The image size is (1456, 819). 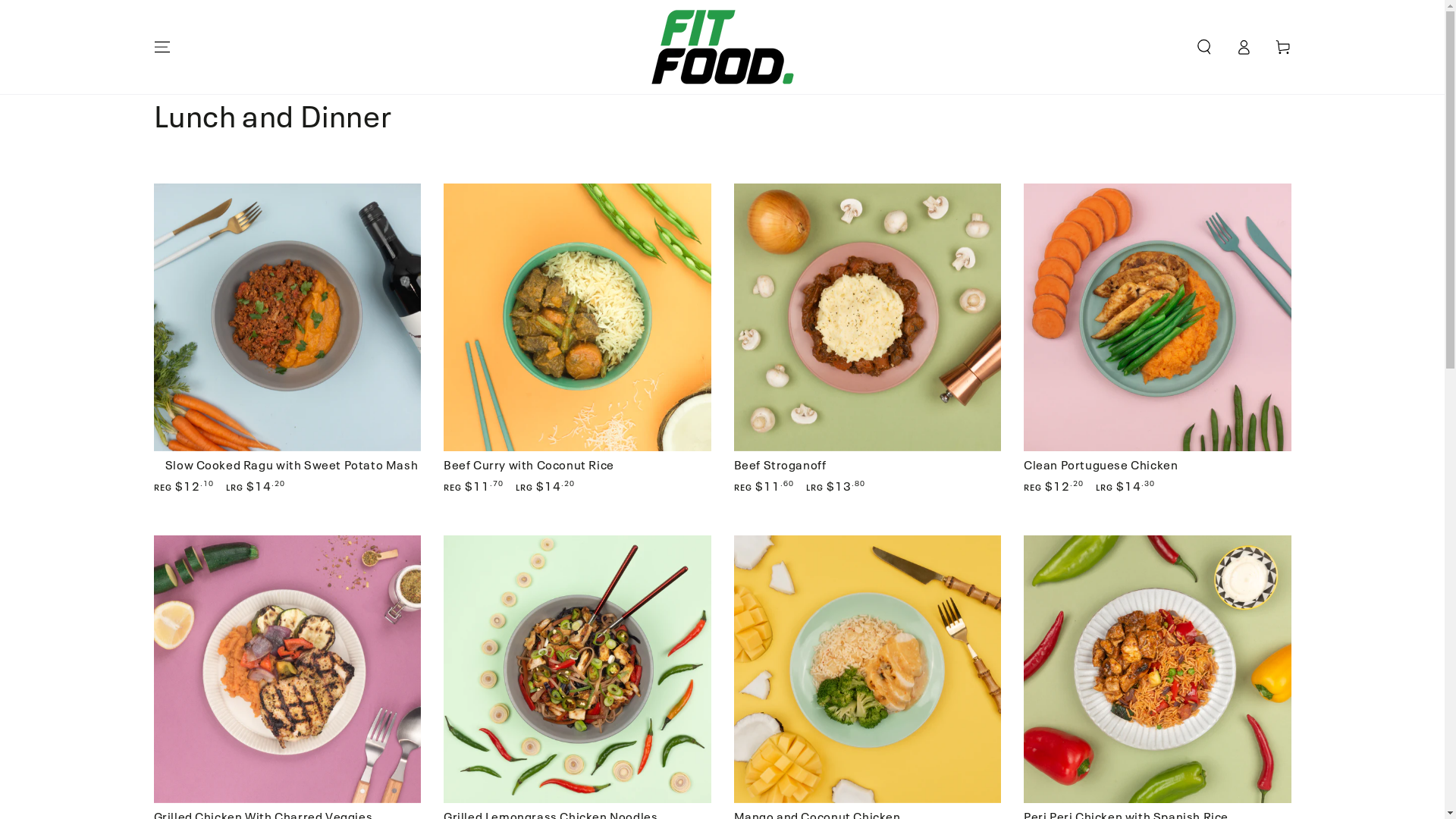 I want to click on 'Beef Curry with Coconut Rice', so click(x=576, y=337).